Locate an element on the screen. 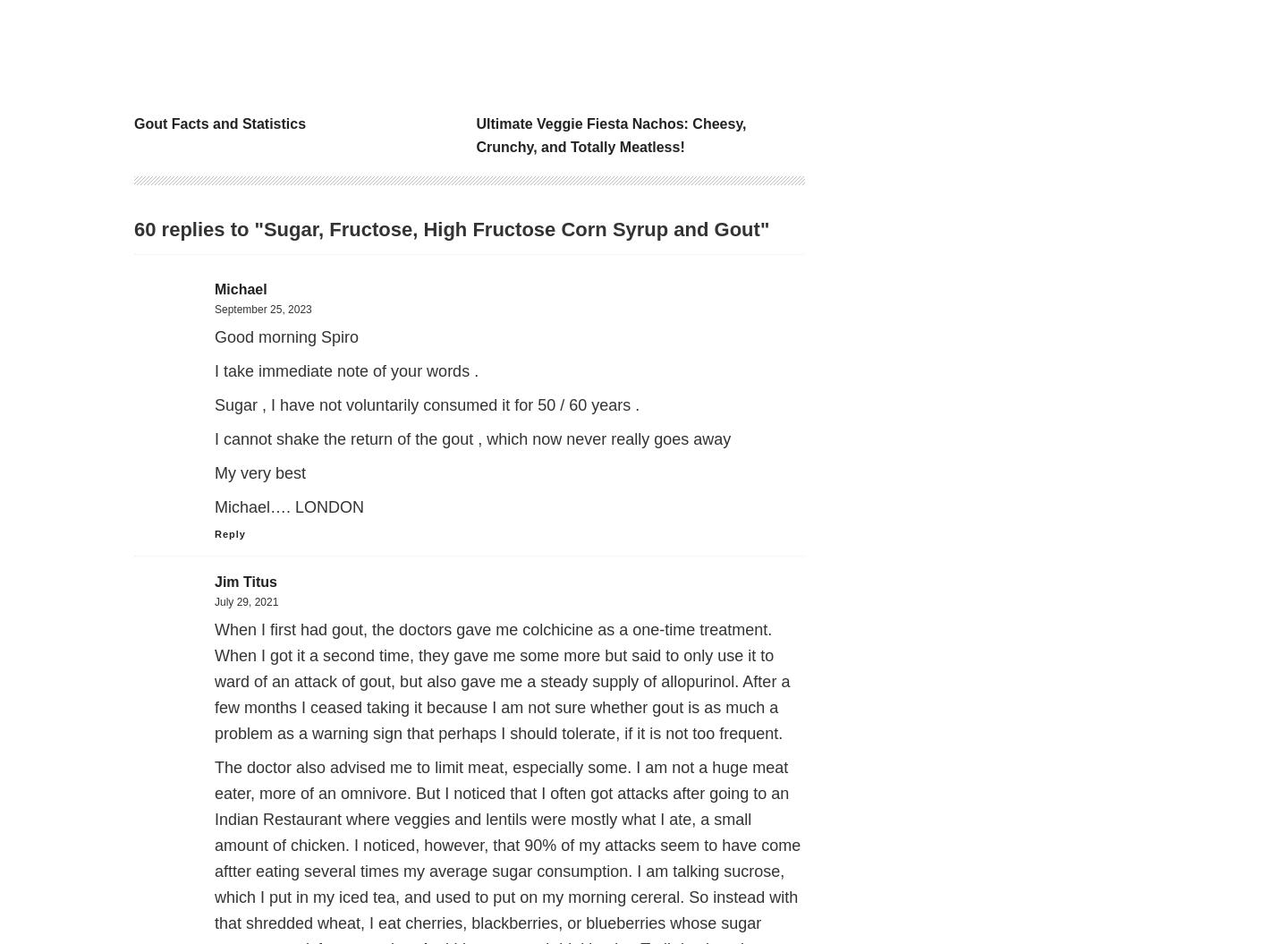 The image size is (1288, 944). 'September 25, 2023' is located at coordinates (262, 309).